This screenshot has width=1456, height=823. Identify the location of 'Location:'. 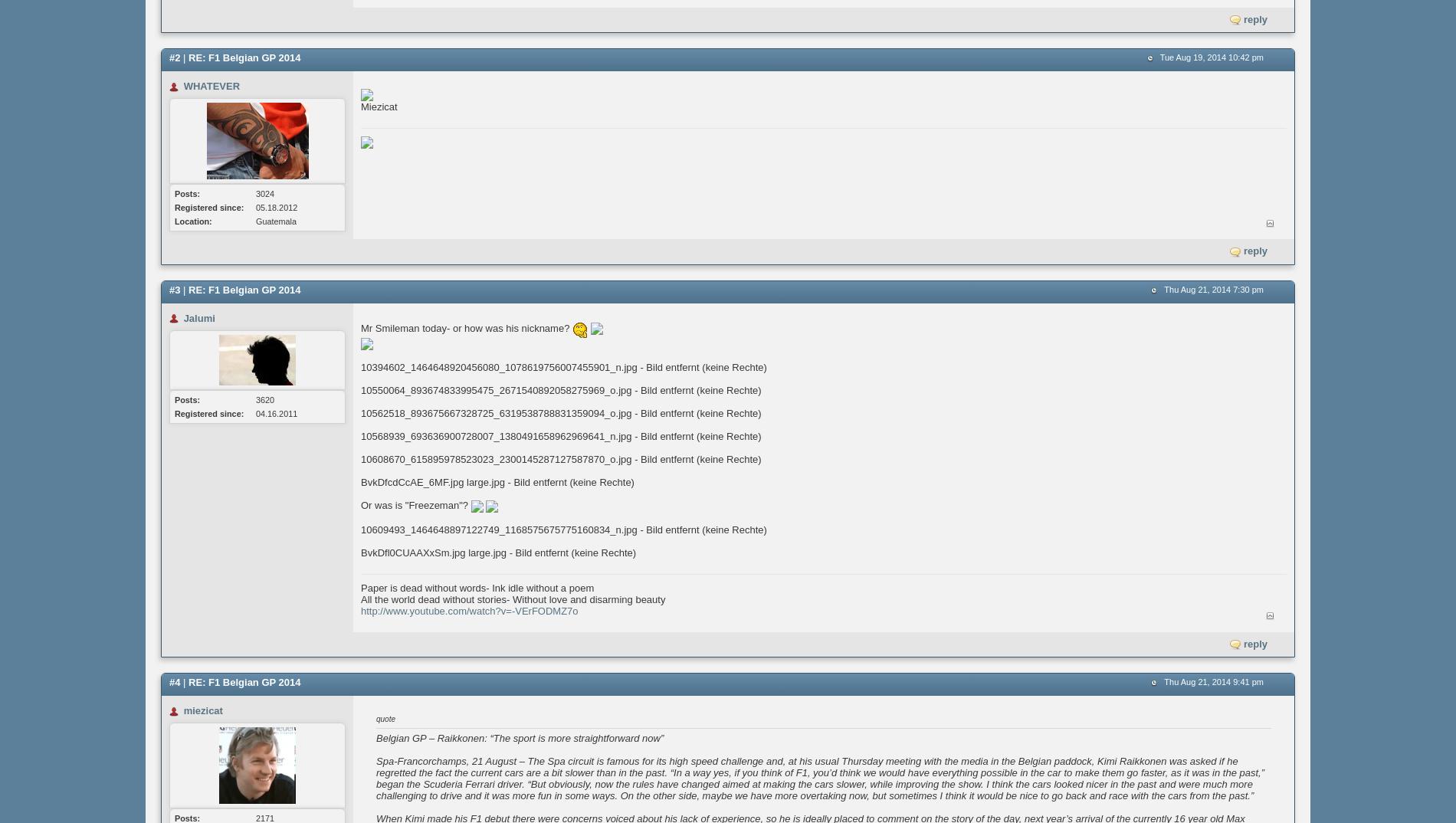
(192, 221).